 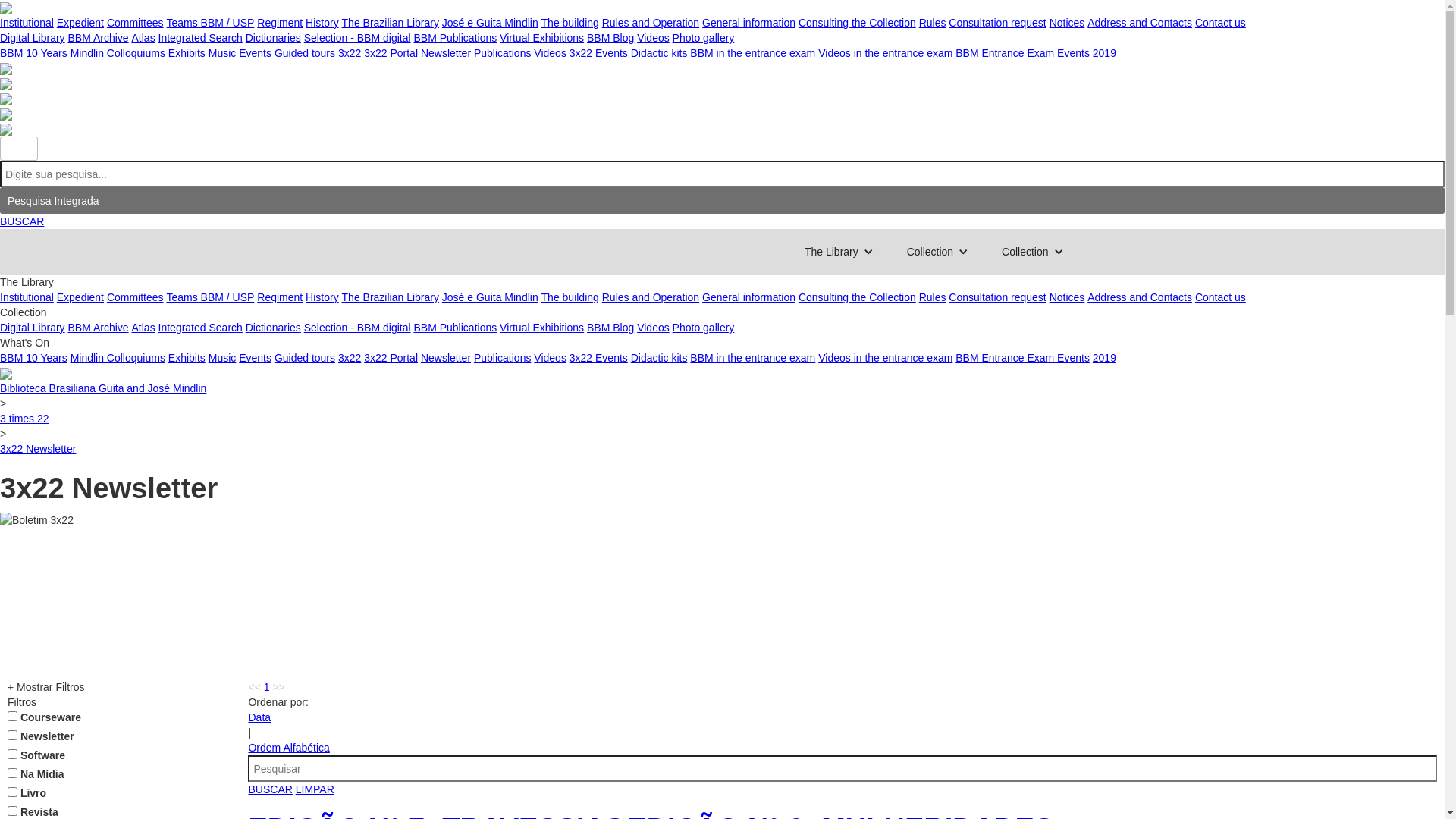 What do you see at coordinates (356, 37) in the screenshot?
I see `'Selection - BBM digital'` at bounding box center [356, 37].